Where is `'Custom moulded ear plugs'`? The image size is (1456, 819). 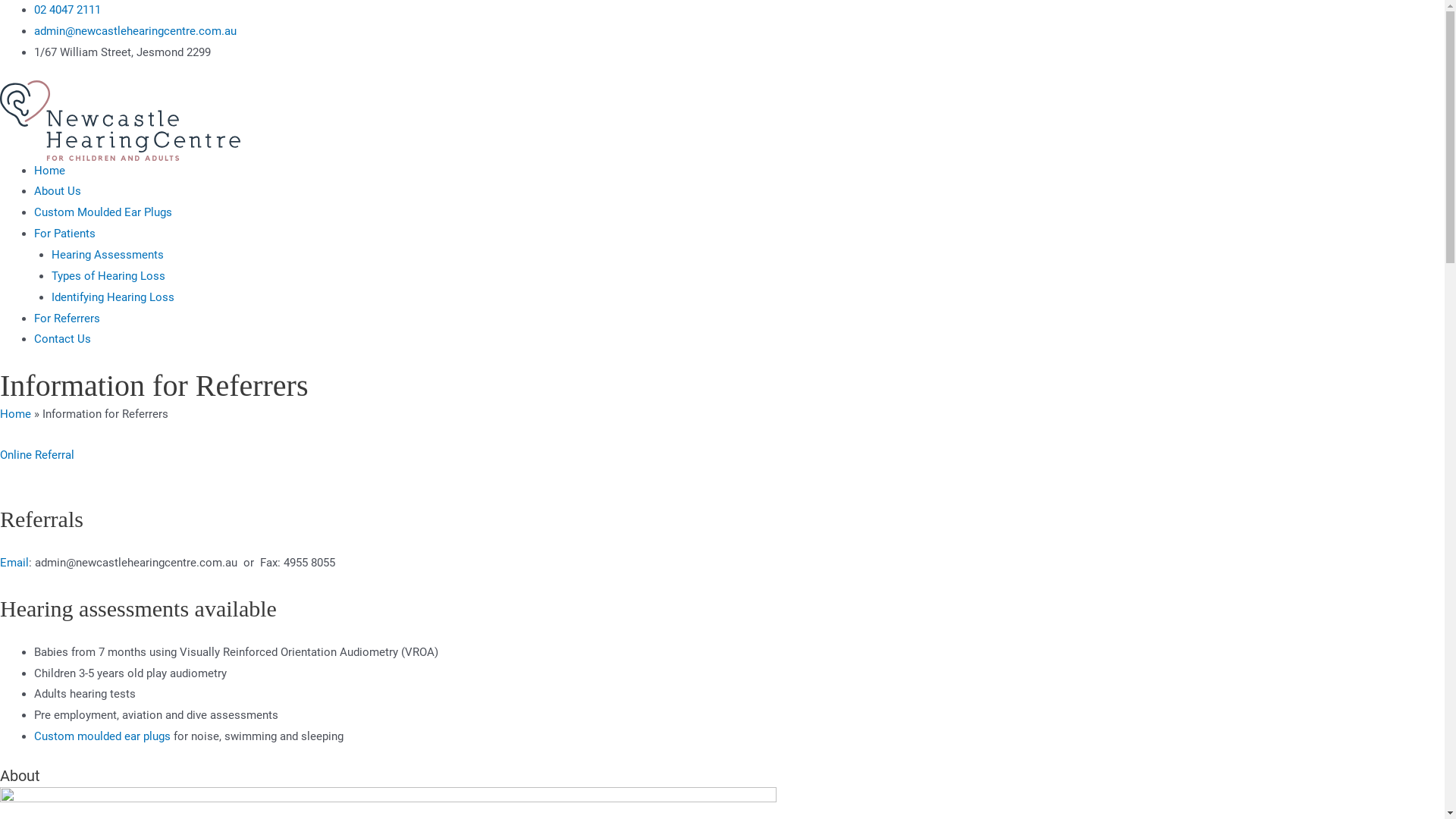 'Custom moulded ear plugs' is located at coordinates (101, 736).